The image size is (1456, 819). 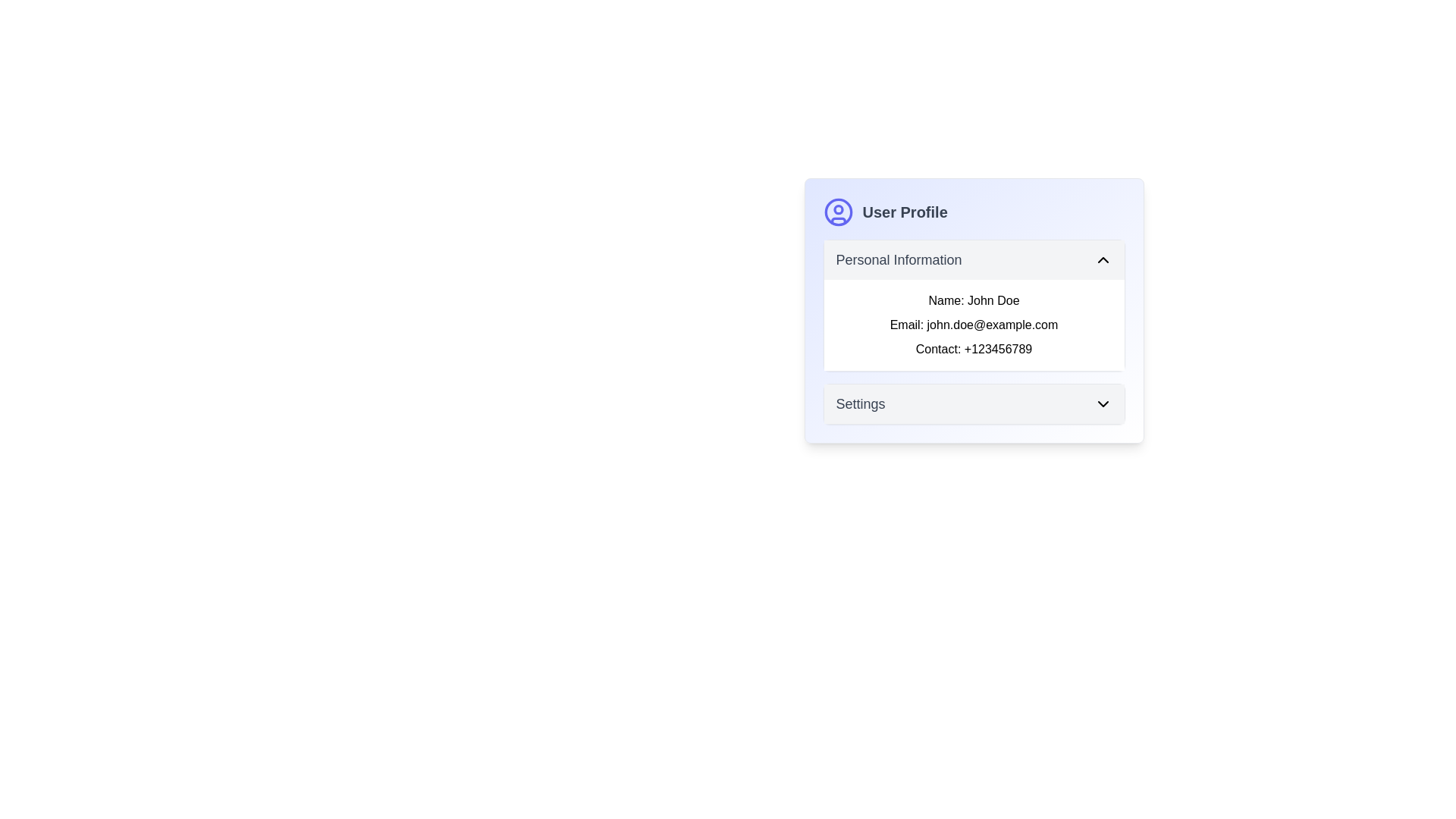 I want to click on the toggle or dropdown trigger button located at the bottom of the vertical card layout, so click(x=974, y=403).